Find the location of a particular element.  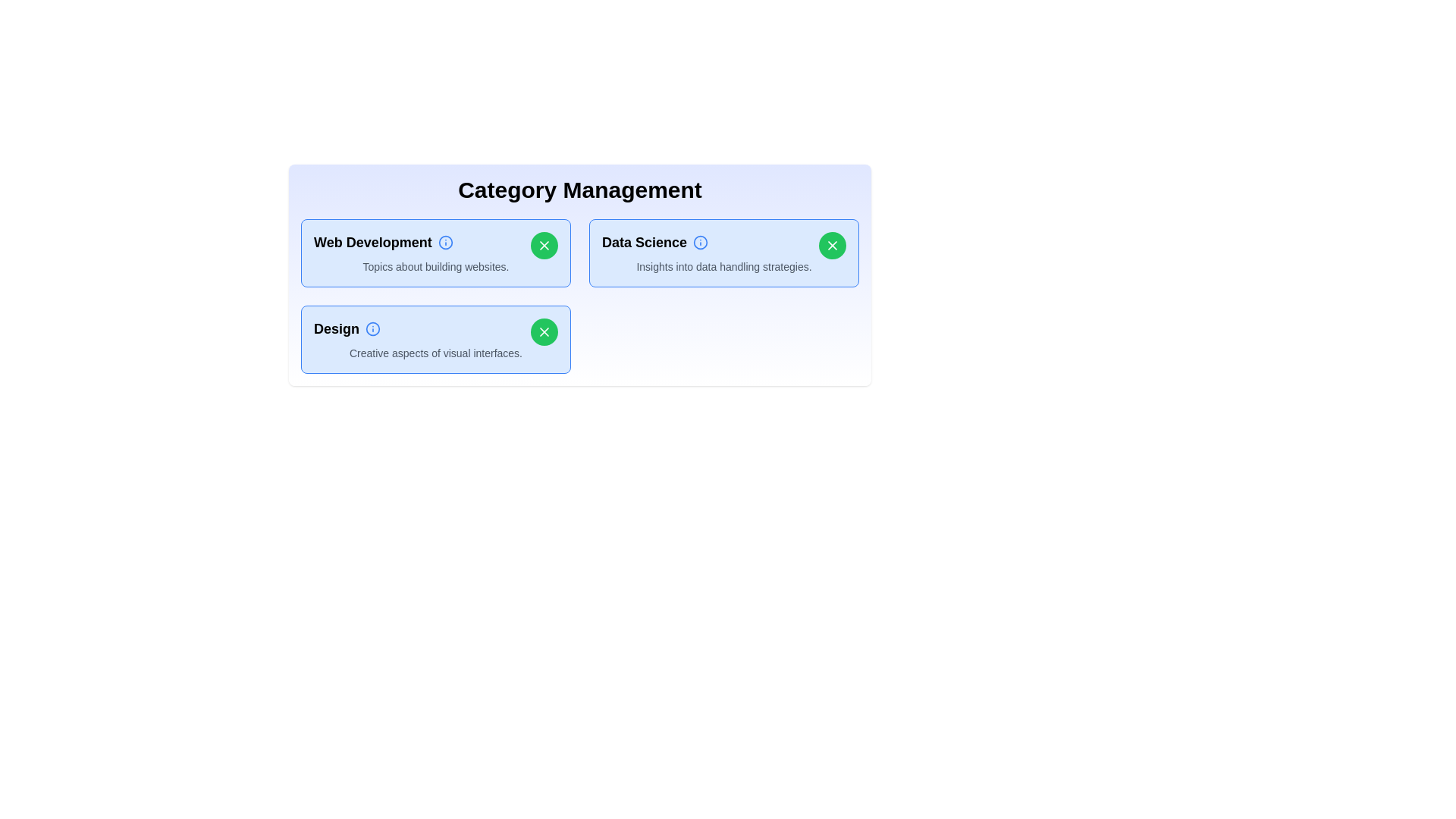

'X' button of the category named Web Development to toggle its selection status is located at coordinates (544, 245).